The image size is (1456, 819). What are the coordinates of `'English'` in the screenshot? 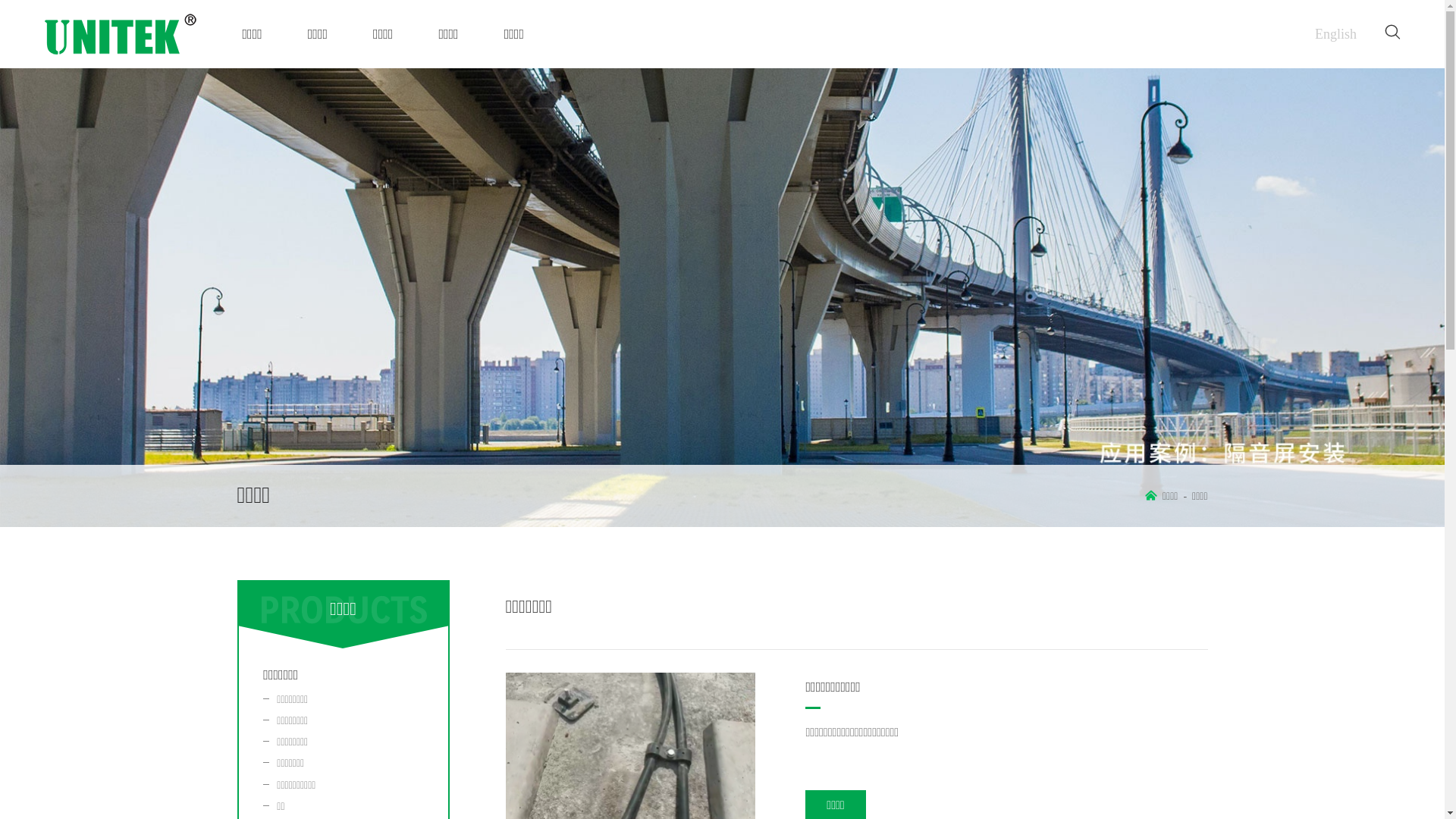 It's located at (1335, 34).